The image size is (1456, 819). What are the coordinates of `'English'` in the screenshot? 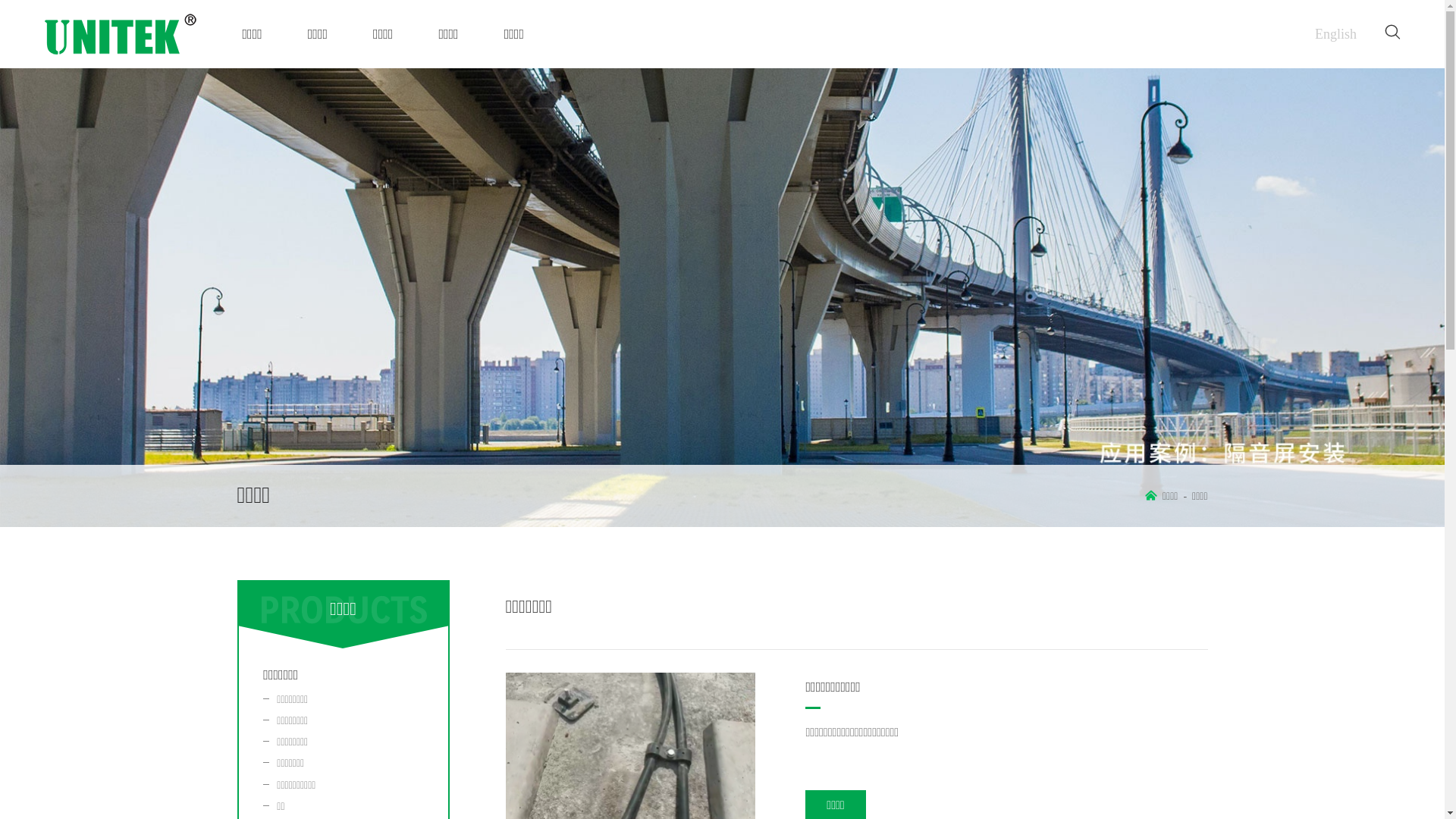 It's located at (1335, 34).